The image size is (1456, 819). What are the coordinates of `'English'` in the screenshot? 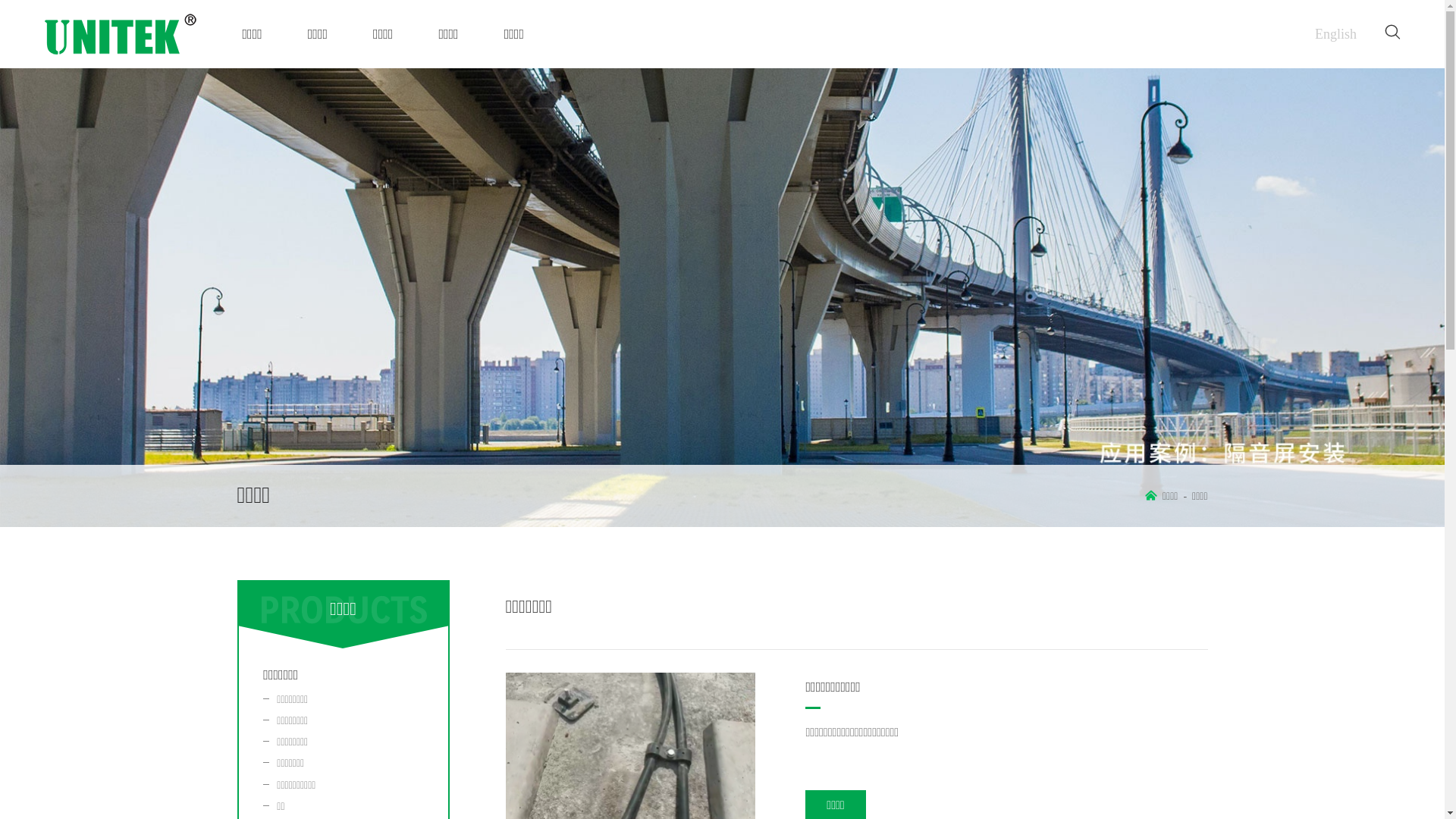 It's located at (1335, 34).